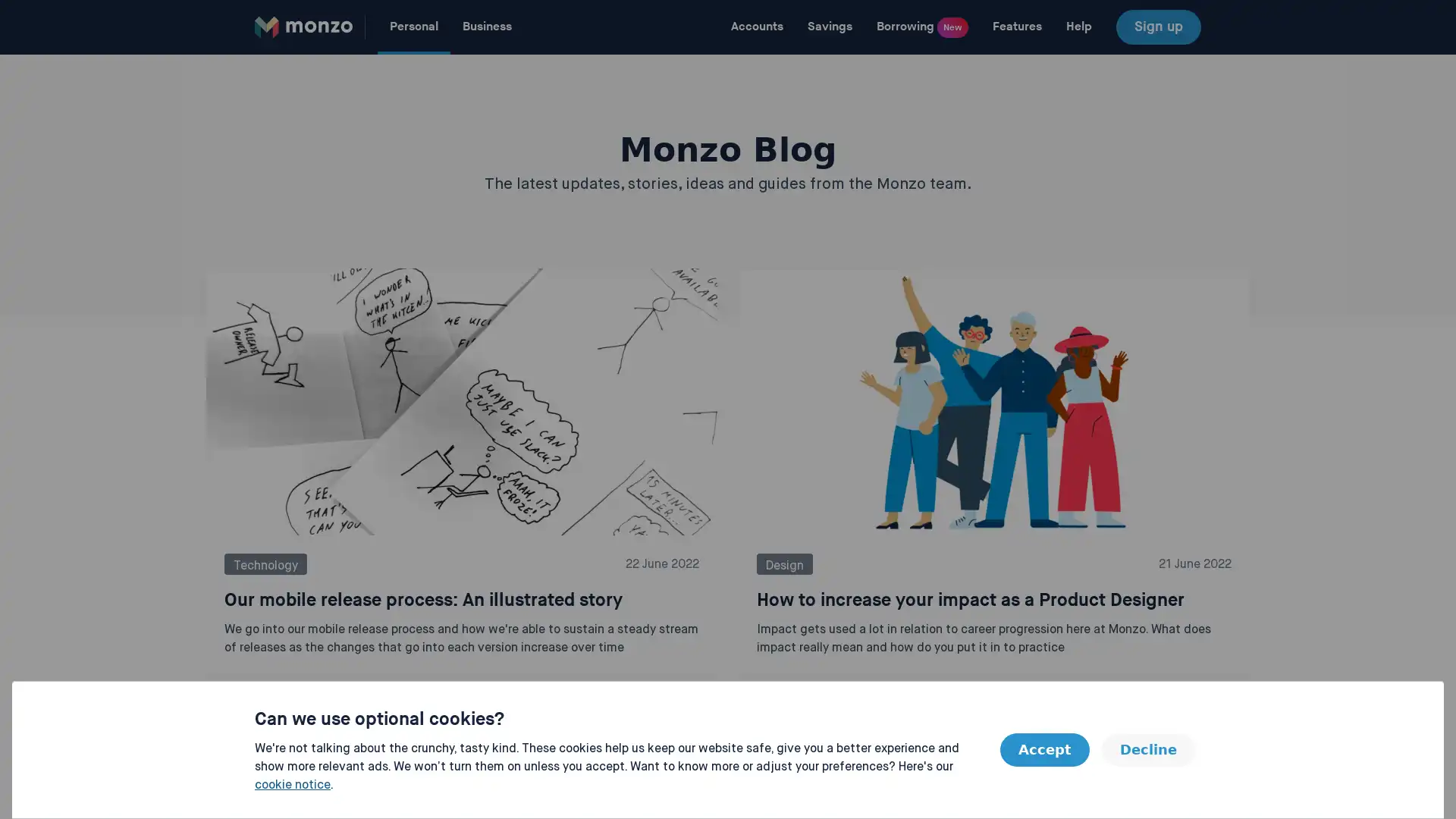 Image resolution: width=1456 pixels, height=819 pixels. Describe the element at coordinates (829, 27) in the screenshot. I see `Savings` at that location.